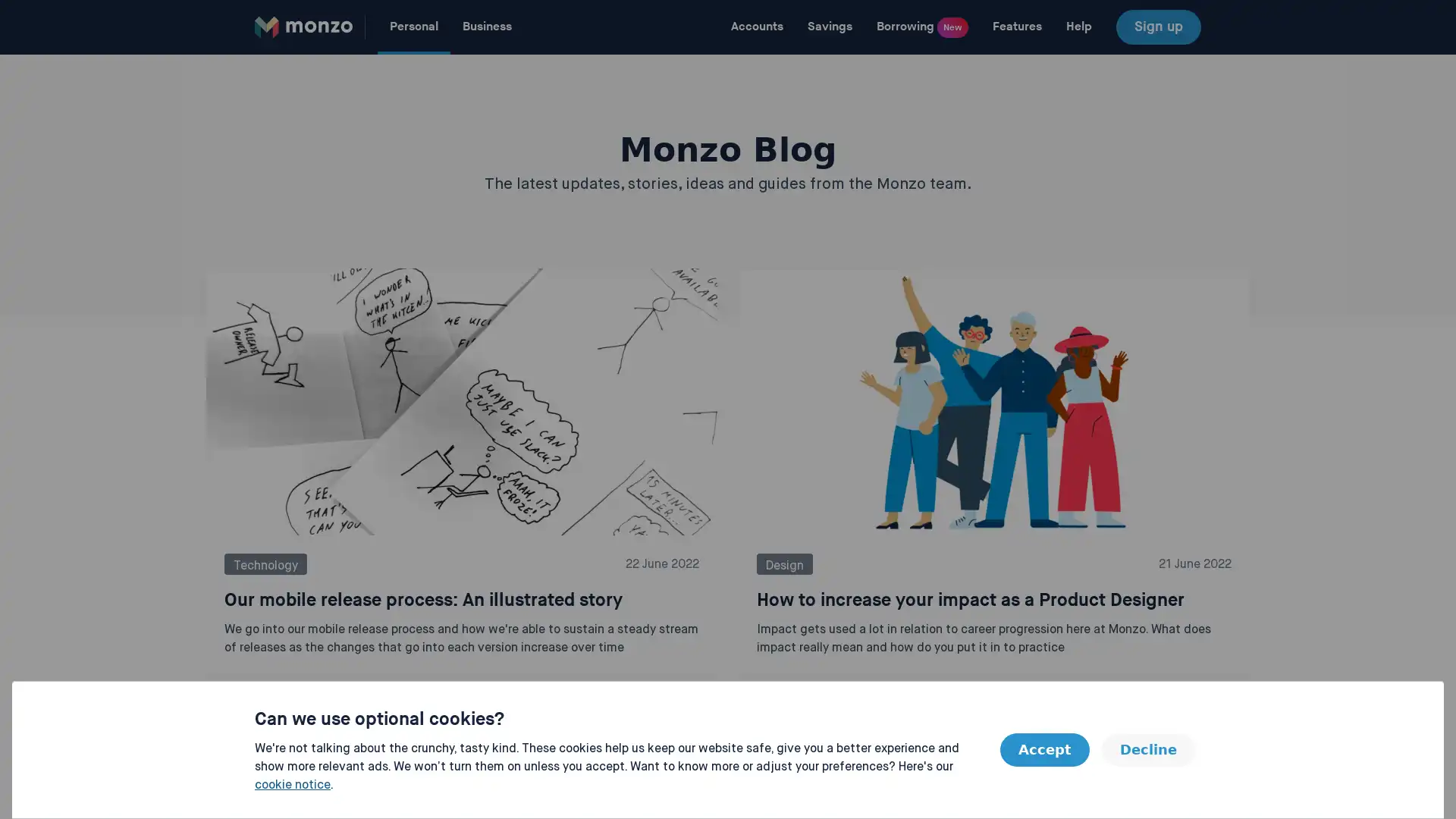 Image resolution: width=1456 pixels, height=819 pixels. Describe the element at coordinates (829, 27) in the screenshot. I see `Savings` at that location.